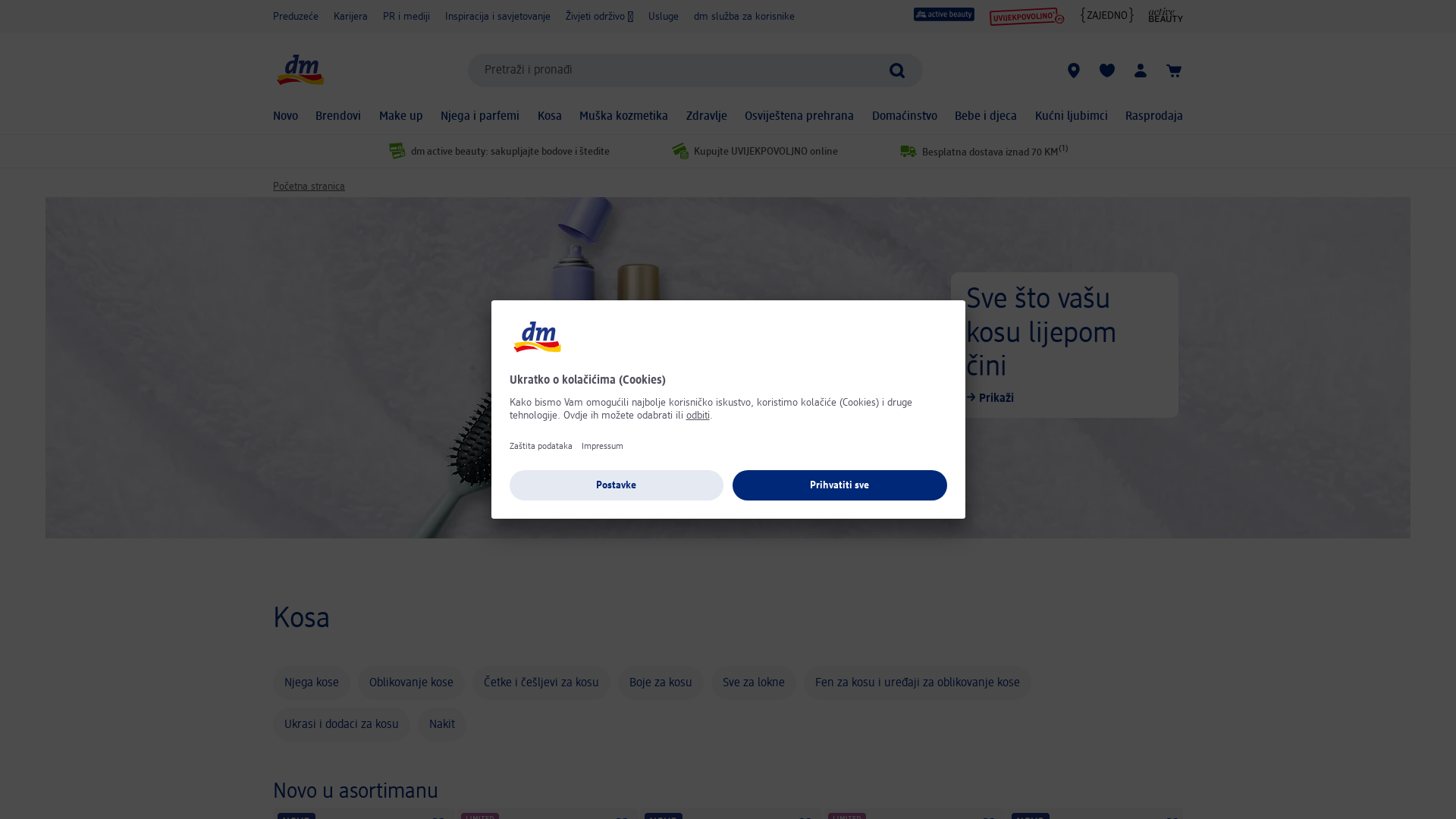  What do you see at coordinates (699, 116) in the screenshot?
I see `'Zdravlje'` at bounding box center [699, 116].